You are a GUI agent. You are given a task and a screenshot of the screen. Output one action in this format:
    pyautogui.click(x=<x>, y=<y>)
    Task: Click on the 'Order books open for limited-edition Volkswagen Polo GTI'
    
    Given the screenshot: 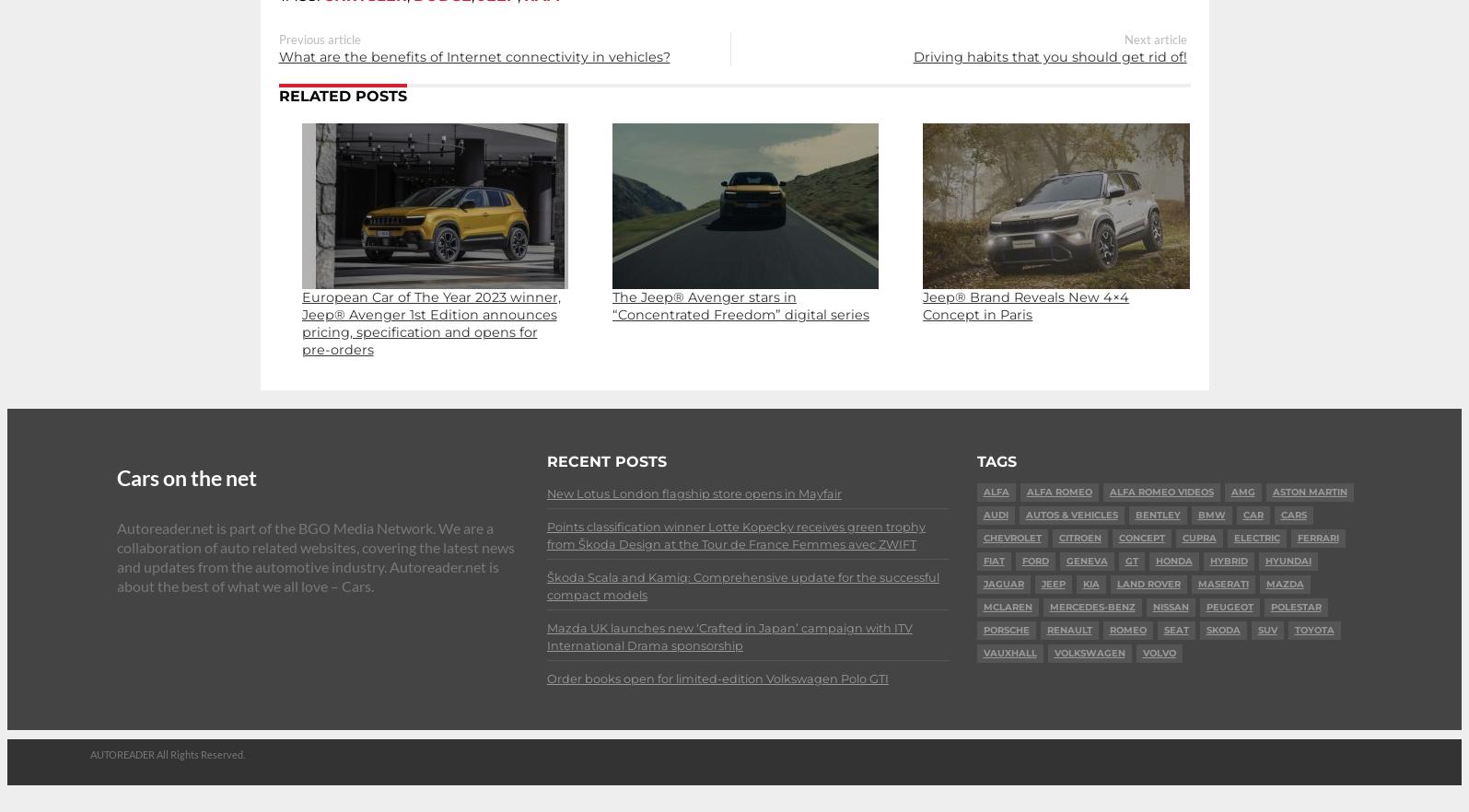 What is the action you would take?
    pyautogui.click(x=717, y=678)
    